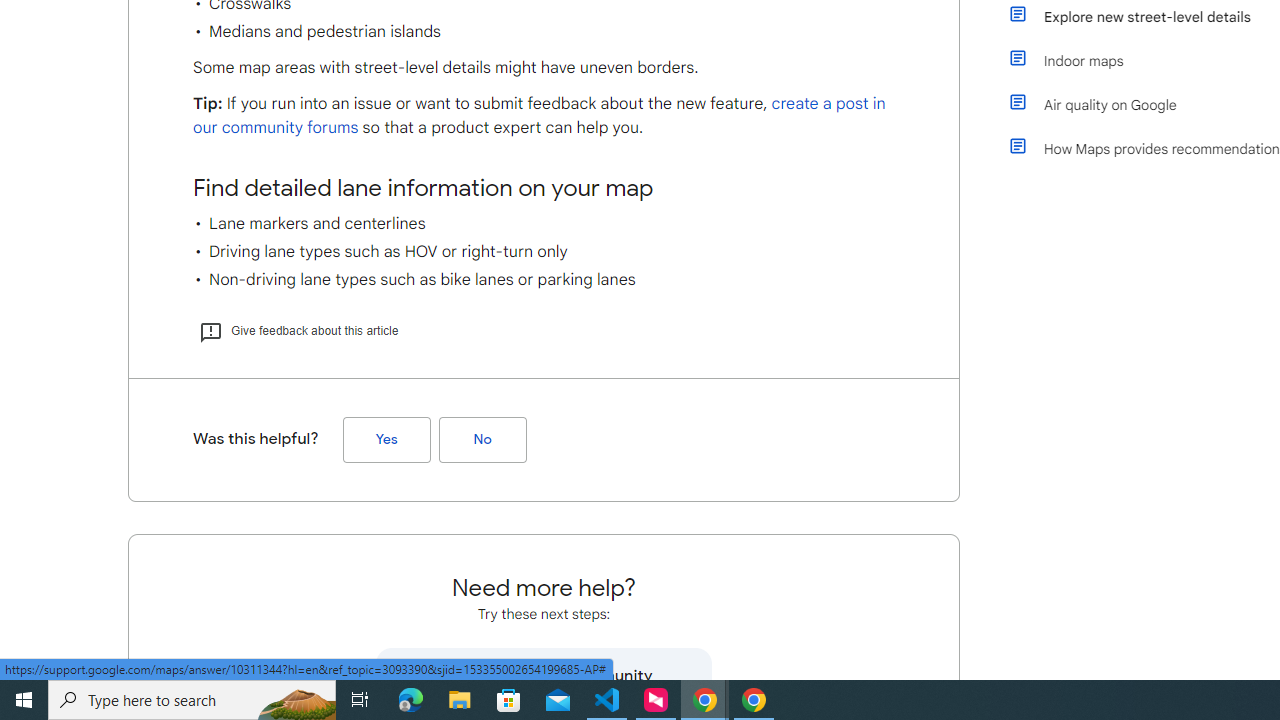 The width and height of the screenshot is (1280, 720). Describe the element at coordinates (482, 438) in the screenshot. I see `'No (Was this helpful?)'` at that location.